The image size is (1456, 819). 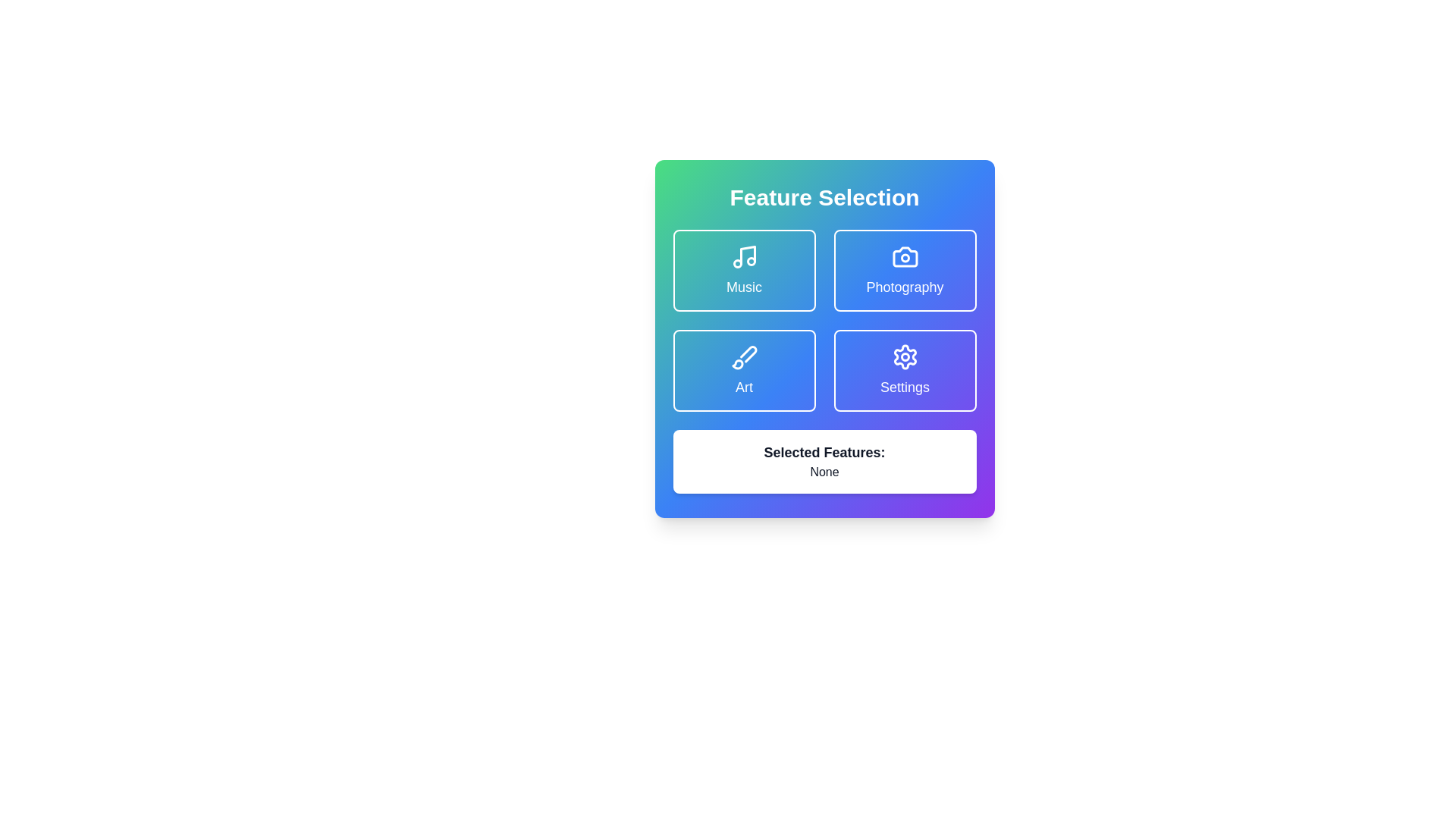 What do you see at coordinates (824, 472) in the screenshot?
I see `the text label displaying 'None' that is centered within the 'Selected Features:' section of the card styled area` at bounding box center [824, 472].